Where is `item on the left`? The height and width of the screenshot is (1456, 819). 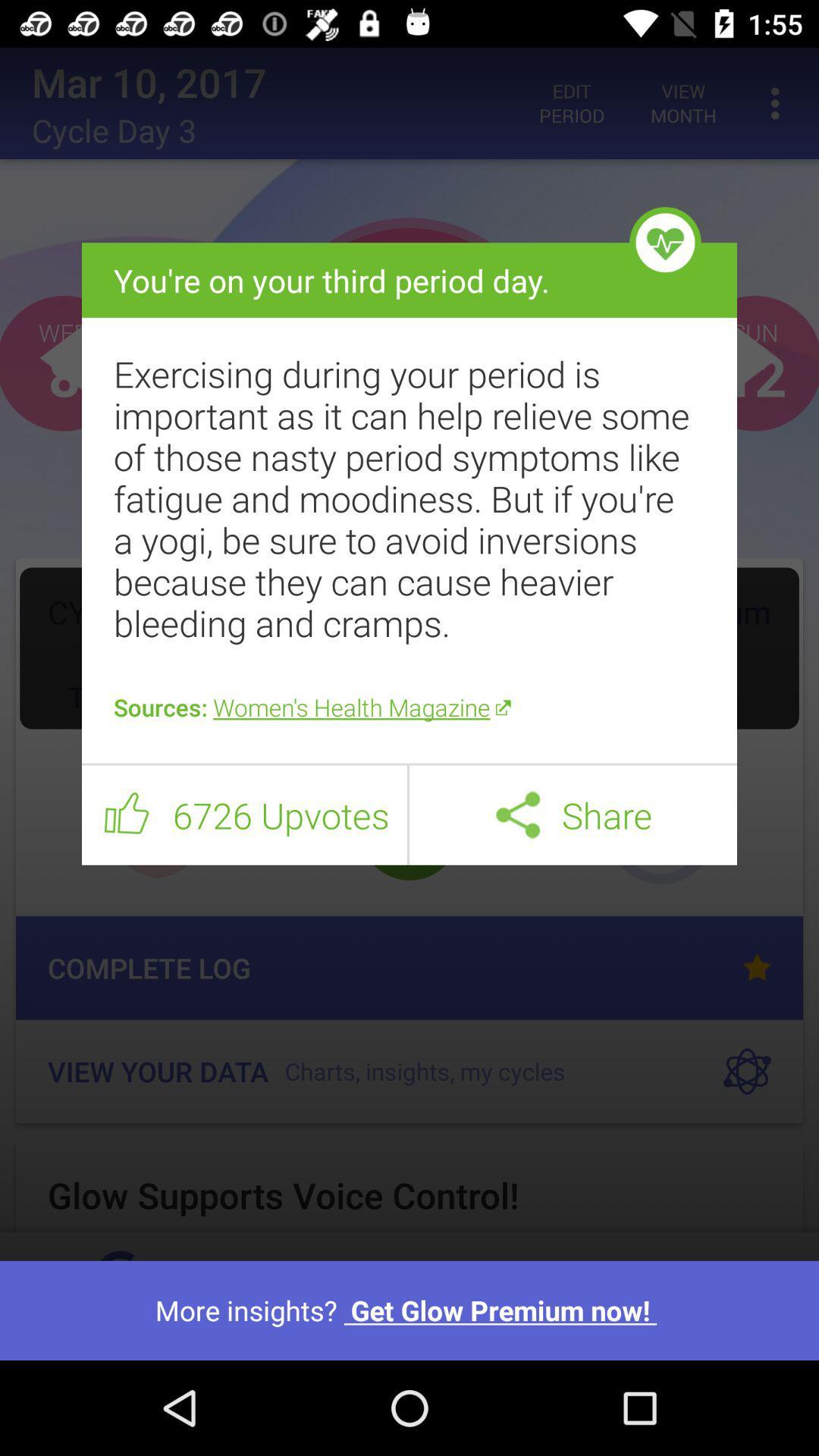
item on the left is located at coordinates (126, 814).